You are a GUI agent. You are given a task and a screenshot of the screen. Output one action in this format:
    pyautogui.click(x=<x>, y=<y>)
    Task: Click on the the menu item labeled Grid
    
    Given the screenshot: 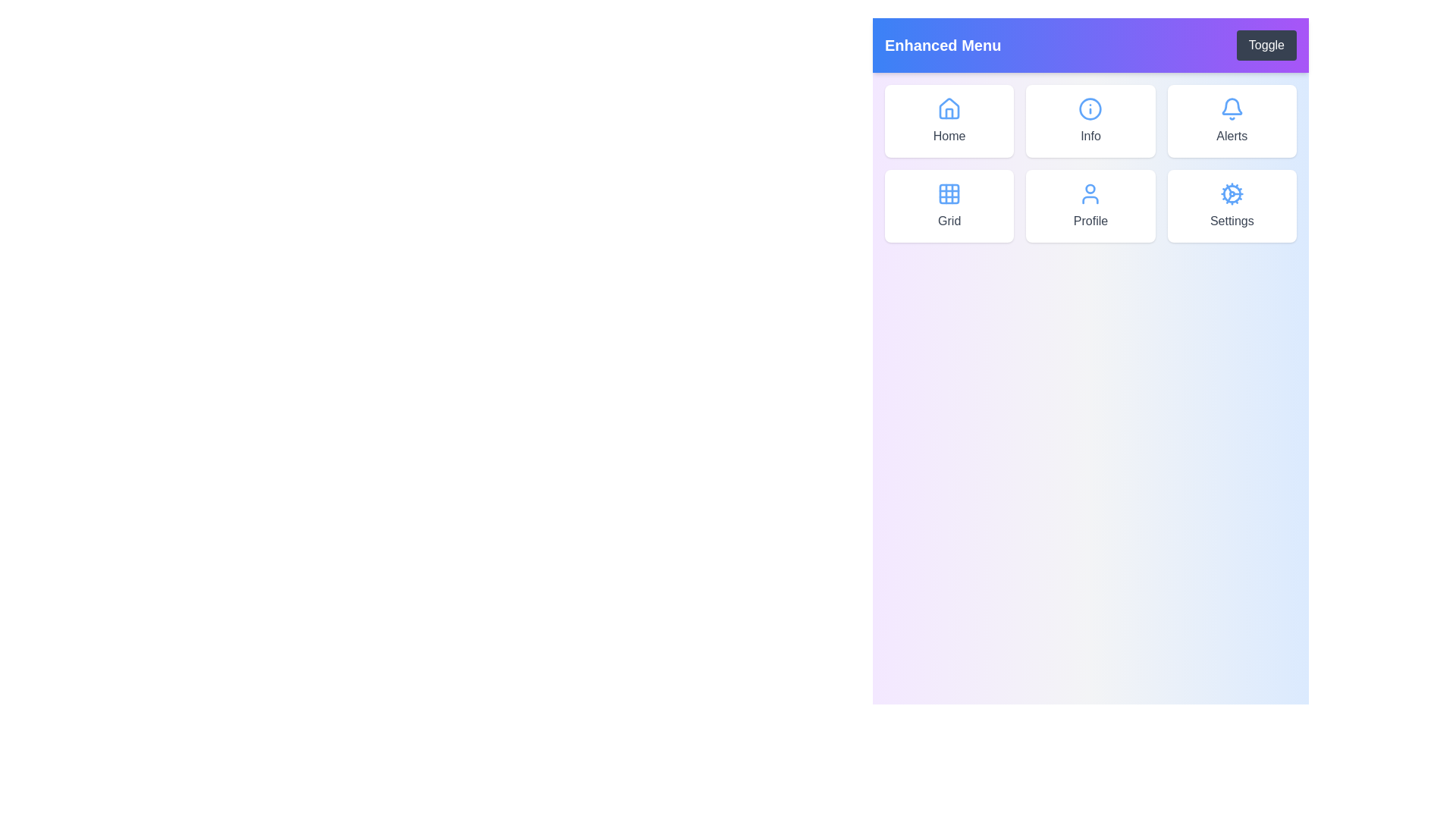 What is the action you would take?
    pyautogui.click(x=949, y=206)
    